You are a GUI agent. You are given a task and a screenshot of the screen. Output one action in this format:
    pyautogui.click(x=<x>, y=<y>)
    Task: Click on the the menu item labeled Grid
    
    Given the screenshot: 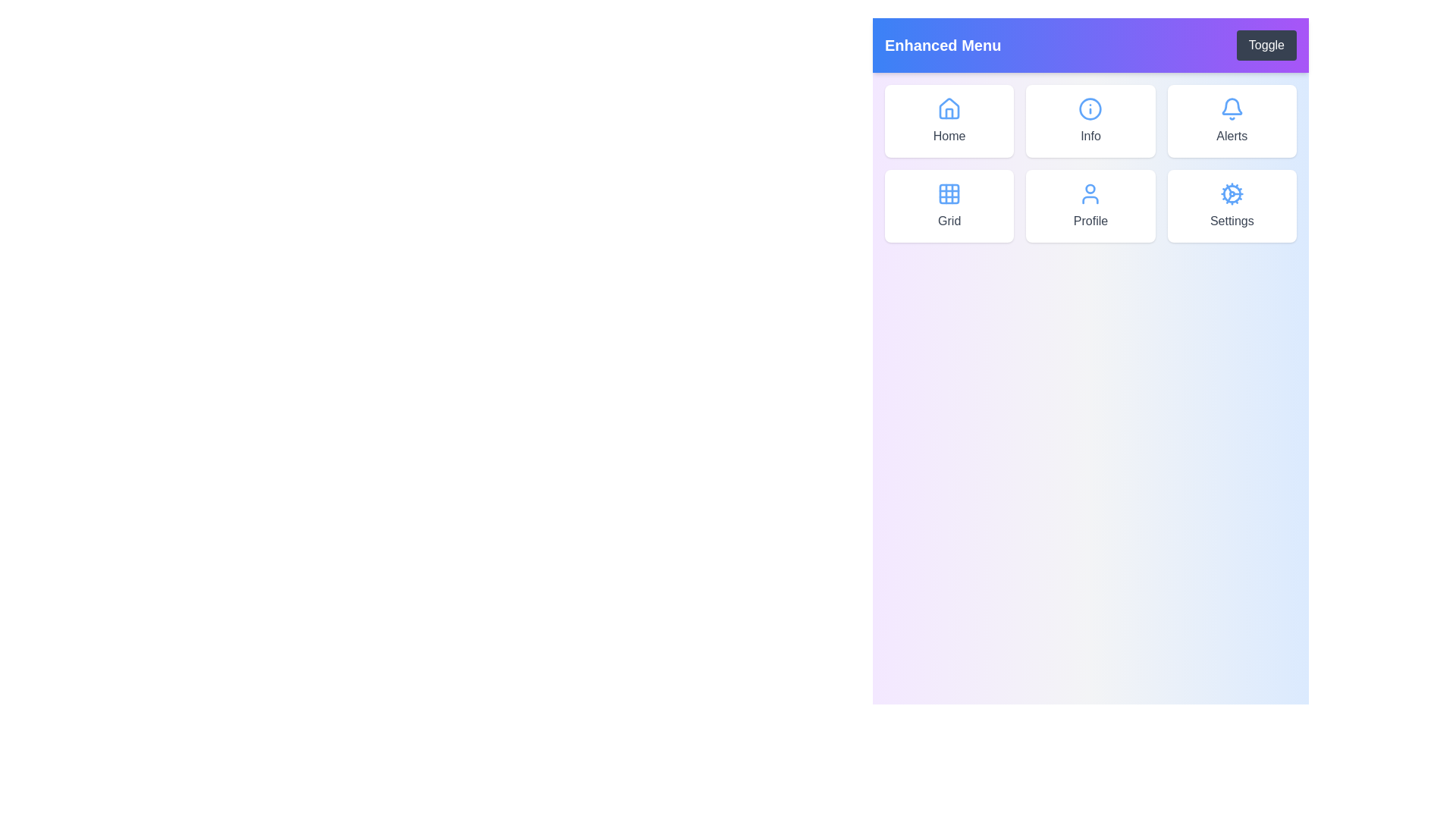 What is the action you would take?
    pyautogui.click(x=949, y=206)
    